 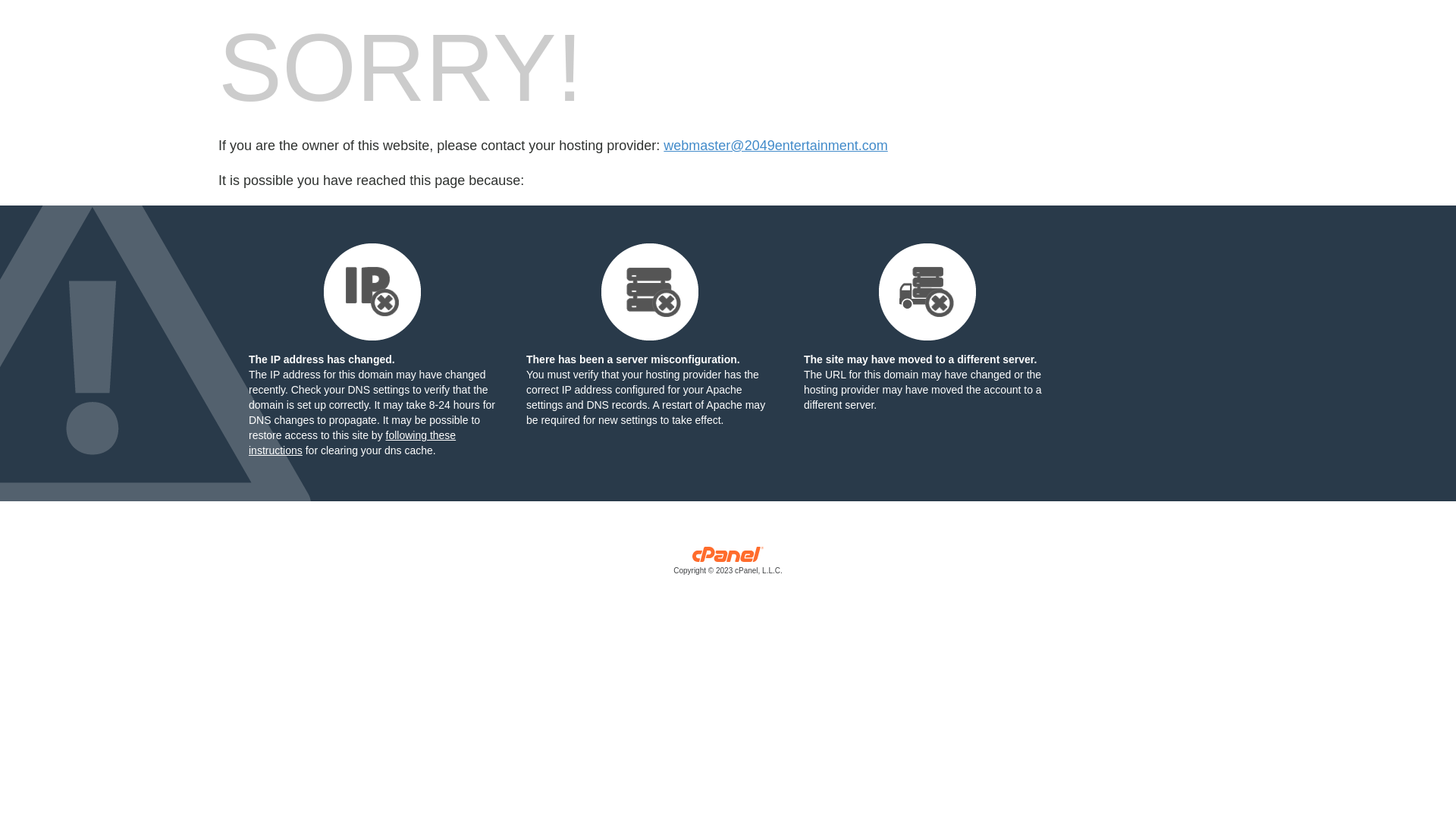 What do you see at coordinates (775, 146) in the screenshot?
I see `'webmaster@2049entertainment.com'` at bounding box center [775, 146].